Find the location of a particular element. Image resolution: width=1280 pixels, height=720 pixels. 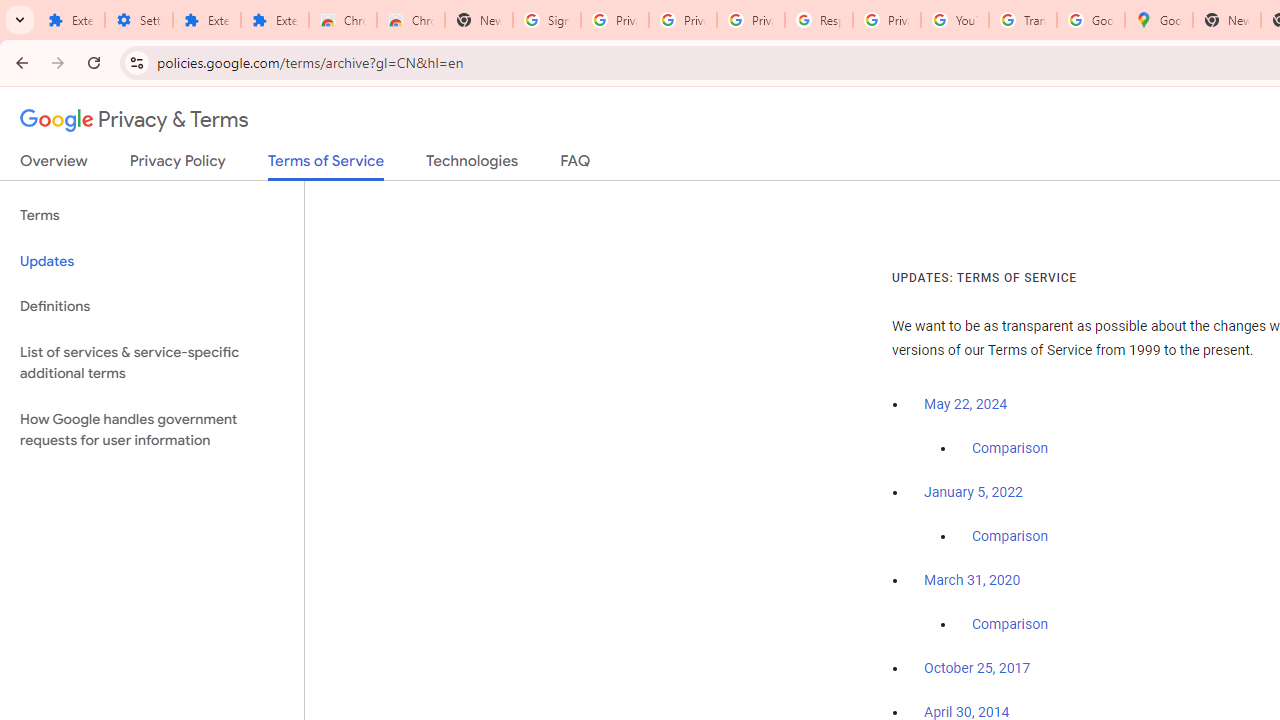

'Extensions' is located at coordinates (206, 20).